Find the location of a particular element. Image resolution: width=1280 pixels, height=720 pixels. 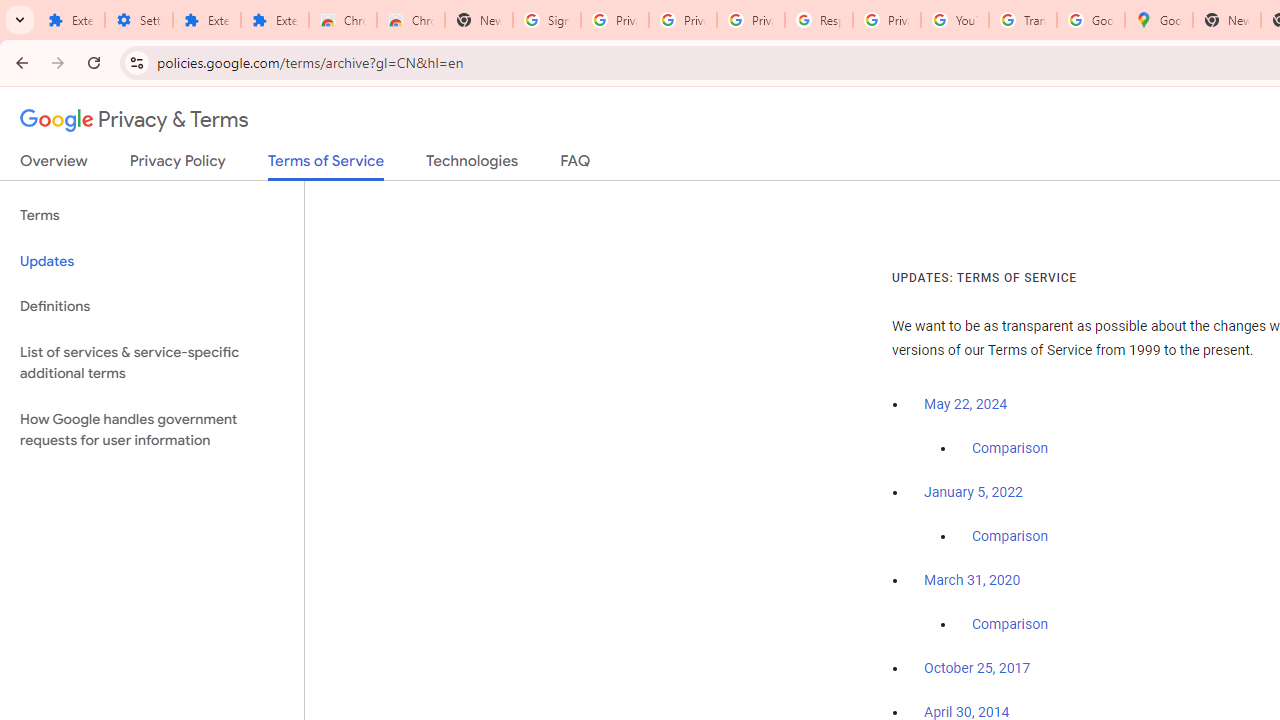

'Extensions' is located at coordinates (206, 20).